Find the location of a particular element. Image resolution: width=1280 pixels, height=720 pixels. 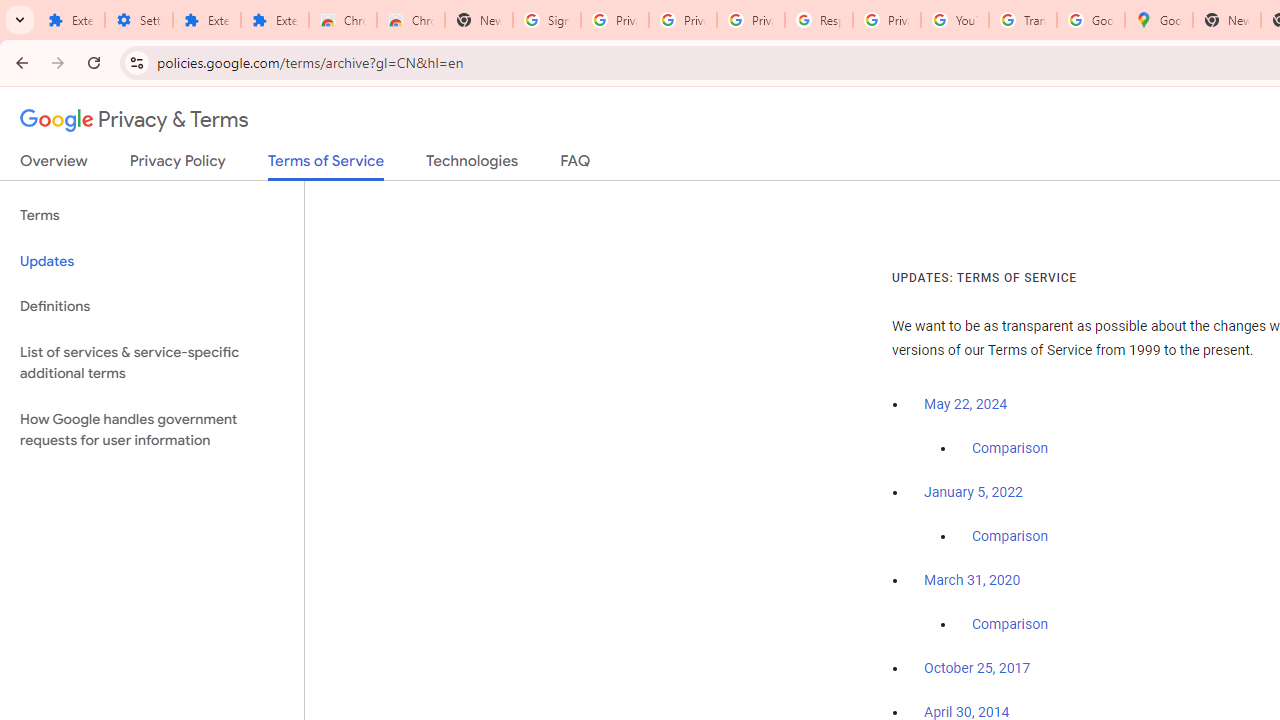

'Extensions' is located at coordinates (206, 20).